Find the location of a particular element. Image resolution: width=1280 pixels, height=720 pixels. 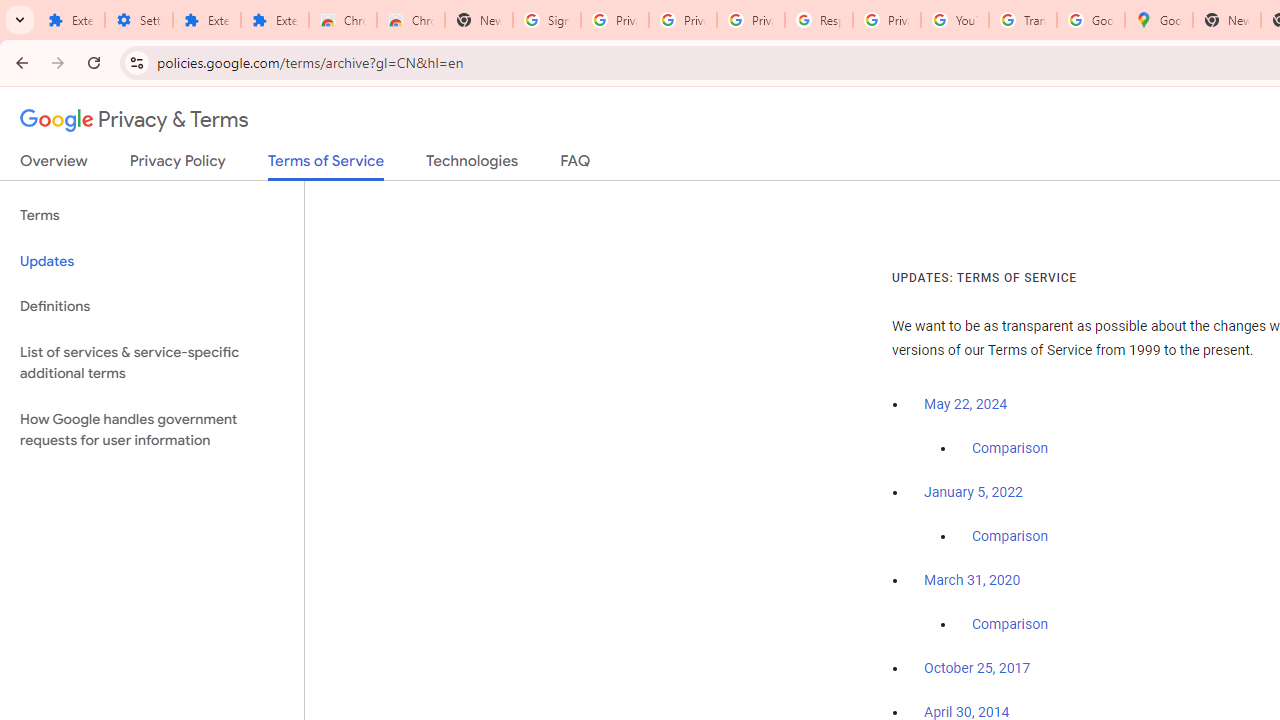

'Extensions' is located at coordinates (206, 20).